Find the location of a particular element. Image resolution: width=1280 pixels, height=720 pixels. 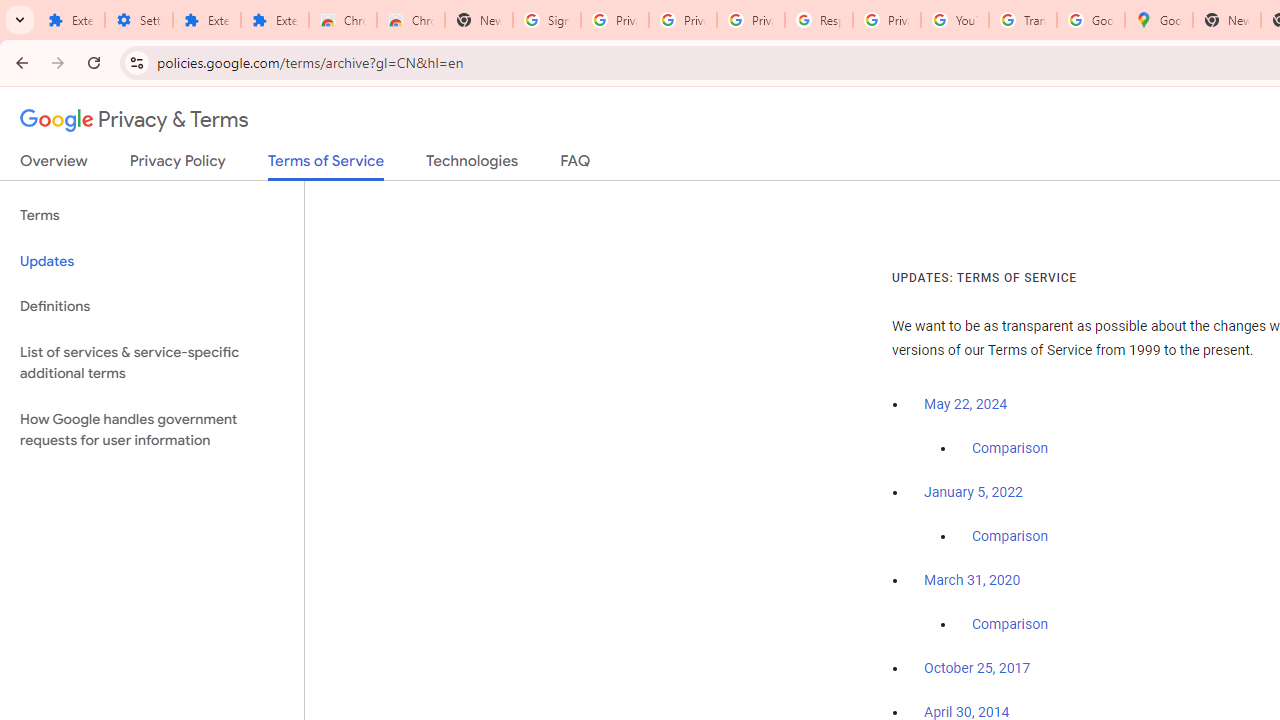

'Extensions' is located at coordinates (206, 20).